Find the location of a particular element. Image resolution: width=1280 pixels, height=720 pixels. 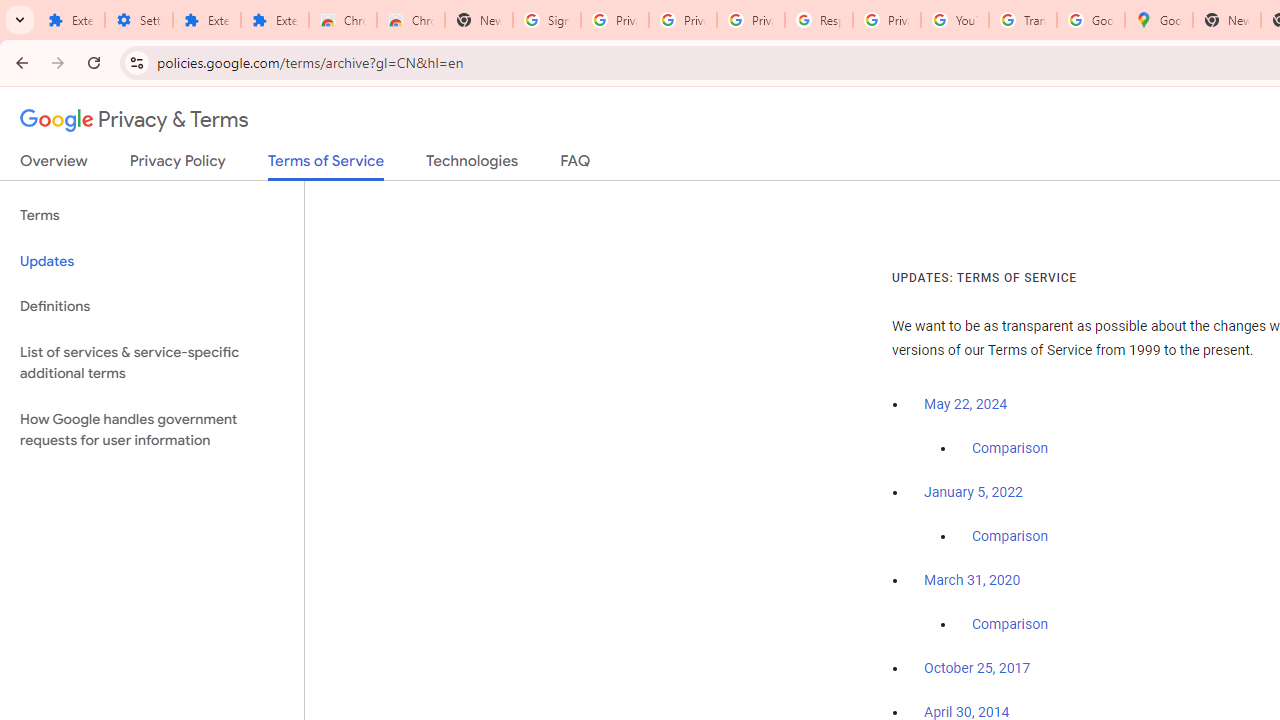

'Extensions' is located at coordinates (206, 20).